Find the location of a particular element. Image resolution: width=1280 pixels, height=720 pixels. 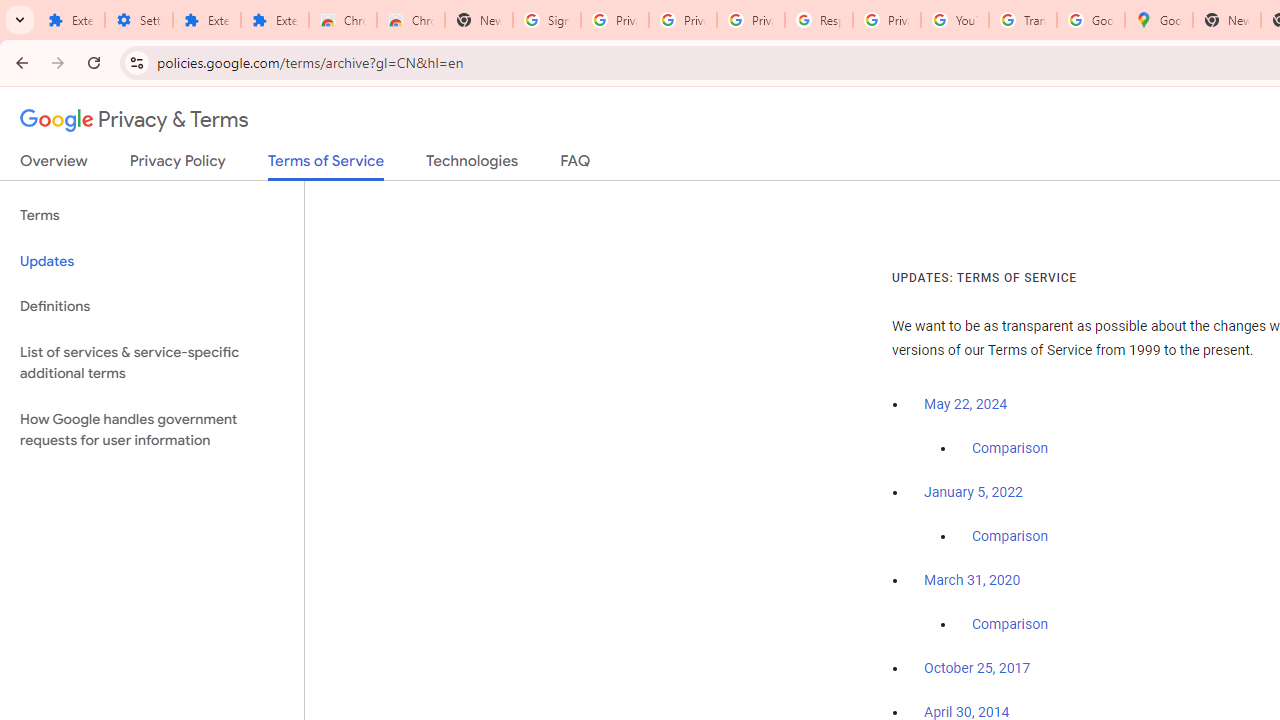

'Extensions' is located at coordinates (206, 20).